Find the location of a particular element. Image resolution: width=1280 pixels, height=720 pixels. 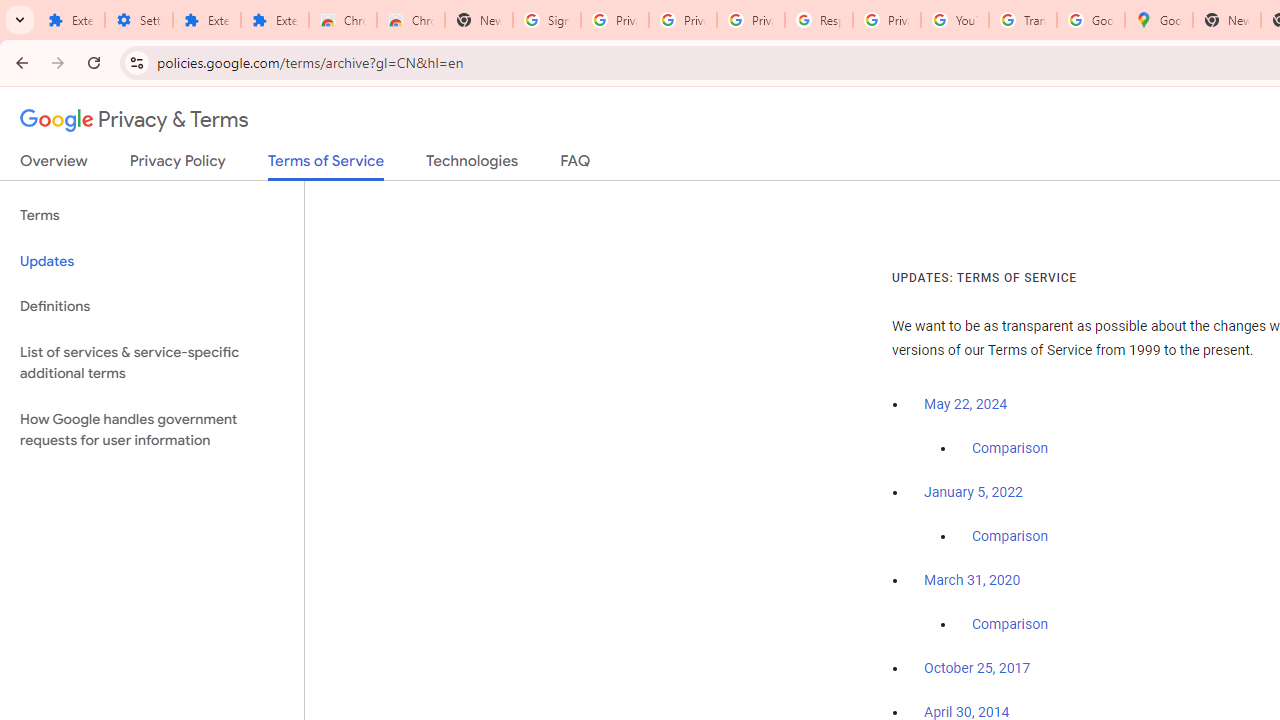

'Extensions' is located at coordinates (206, 20).